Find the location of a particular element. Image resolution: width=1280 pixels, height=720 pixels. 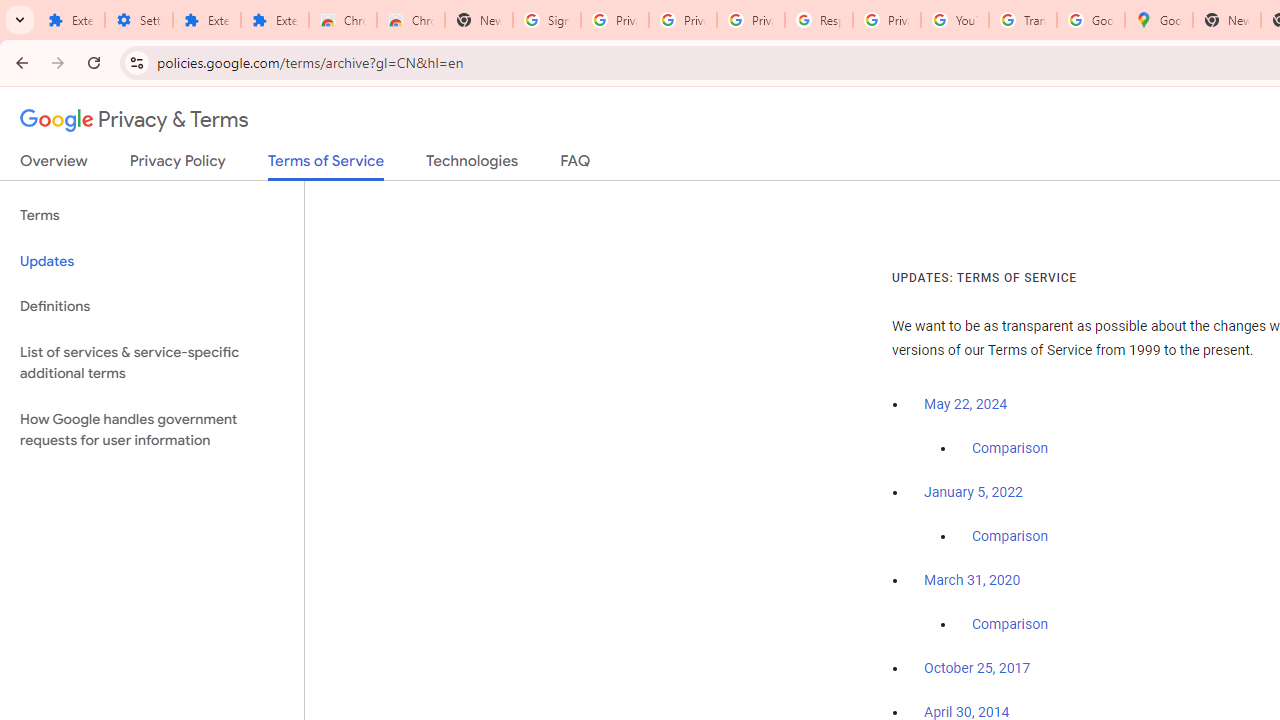

'Extensions' is located at coordinates (206, 20).